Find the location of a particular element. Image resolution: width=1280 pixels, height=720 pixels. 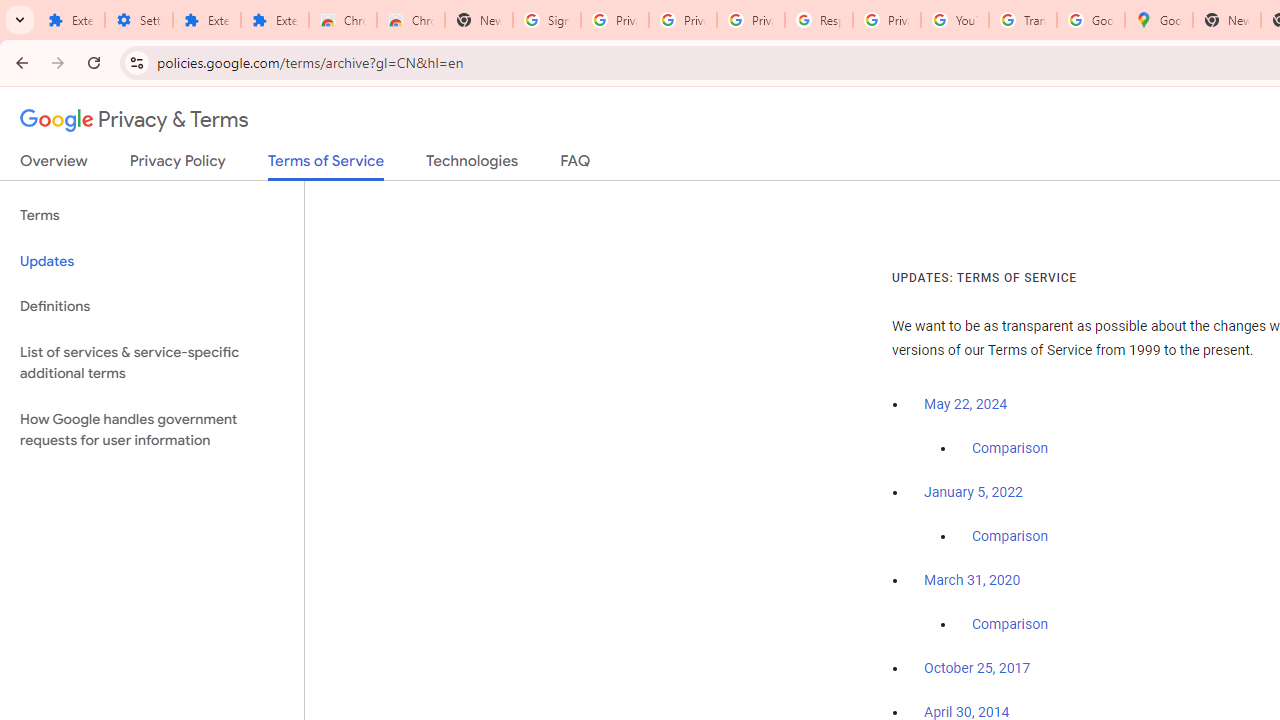

'Extensions' is located at coordinates (206, 20).